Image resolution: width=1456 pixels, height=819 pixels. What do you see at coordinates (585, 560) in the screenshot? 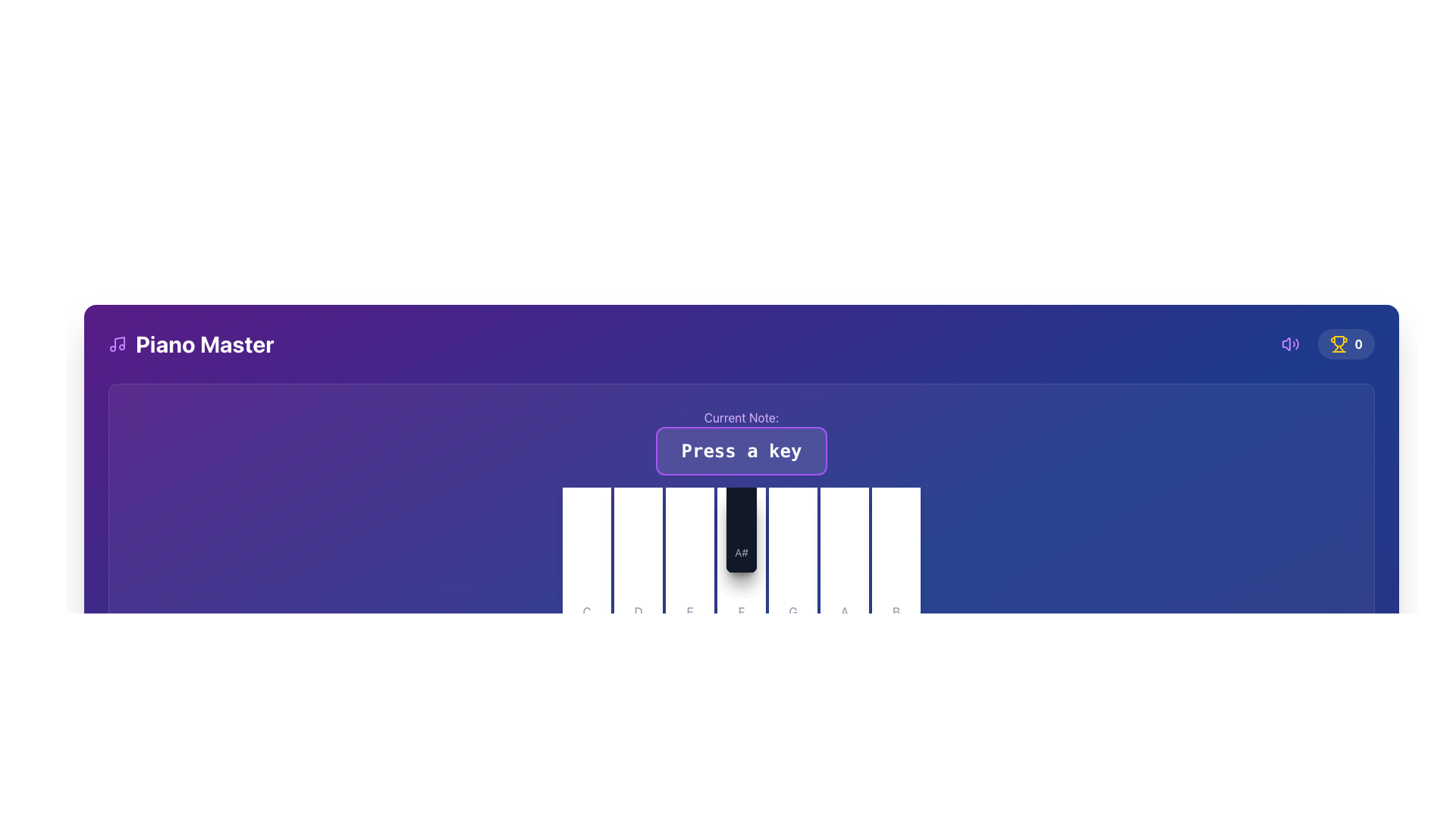
I see `the piano key representing the note 'C' to simulate pressing the key` at bounding box center [585, 560].